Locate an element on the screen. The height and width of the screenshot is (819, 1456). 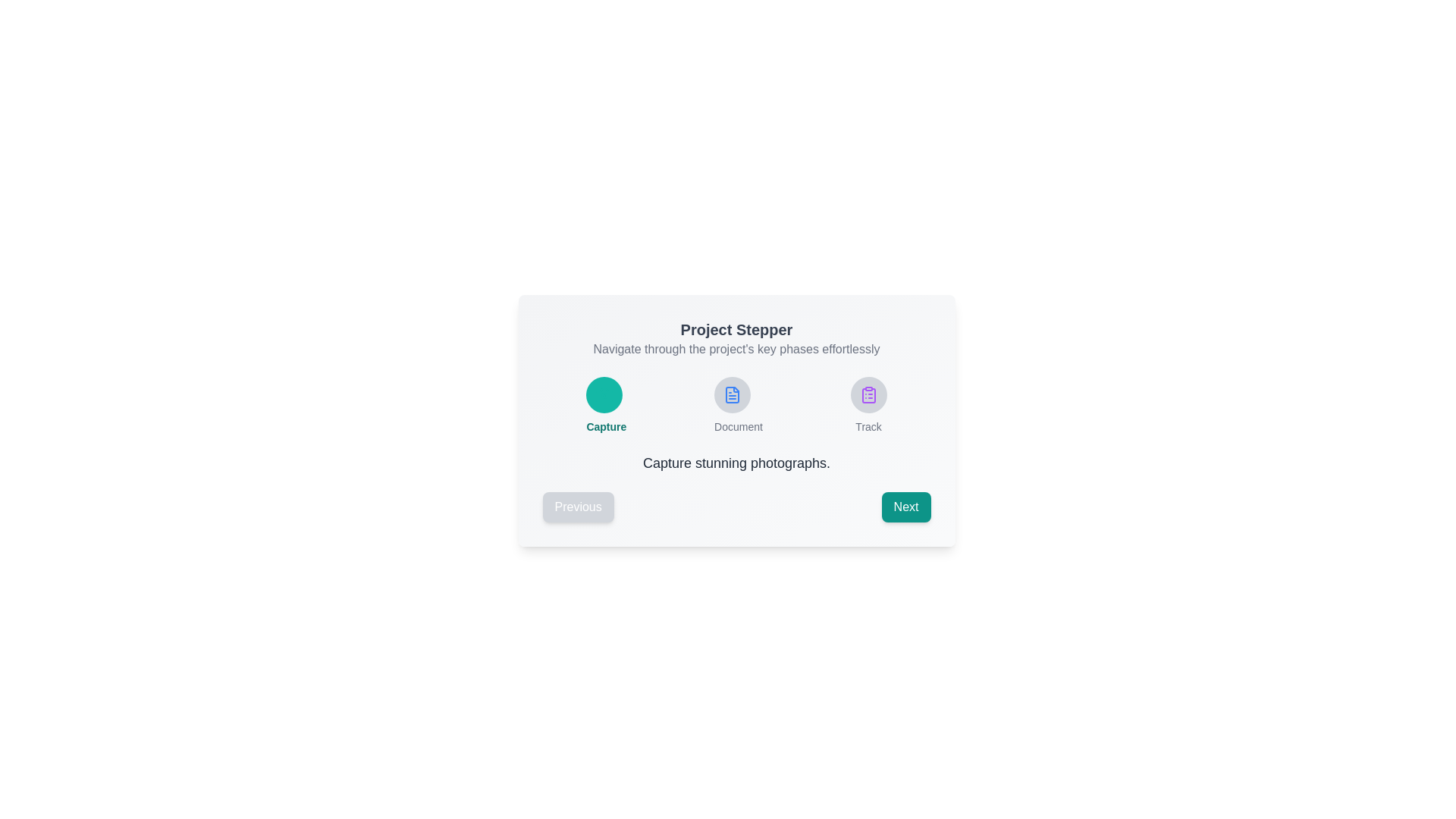
the step icon for Track is located at coordinates (868, 394).